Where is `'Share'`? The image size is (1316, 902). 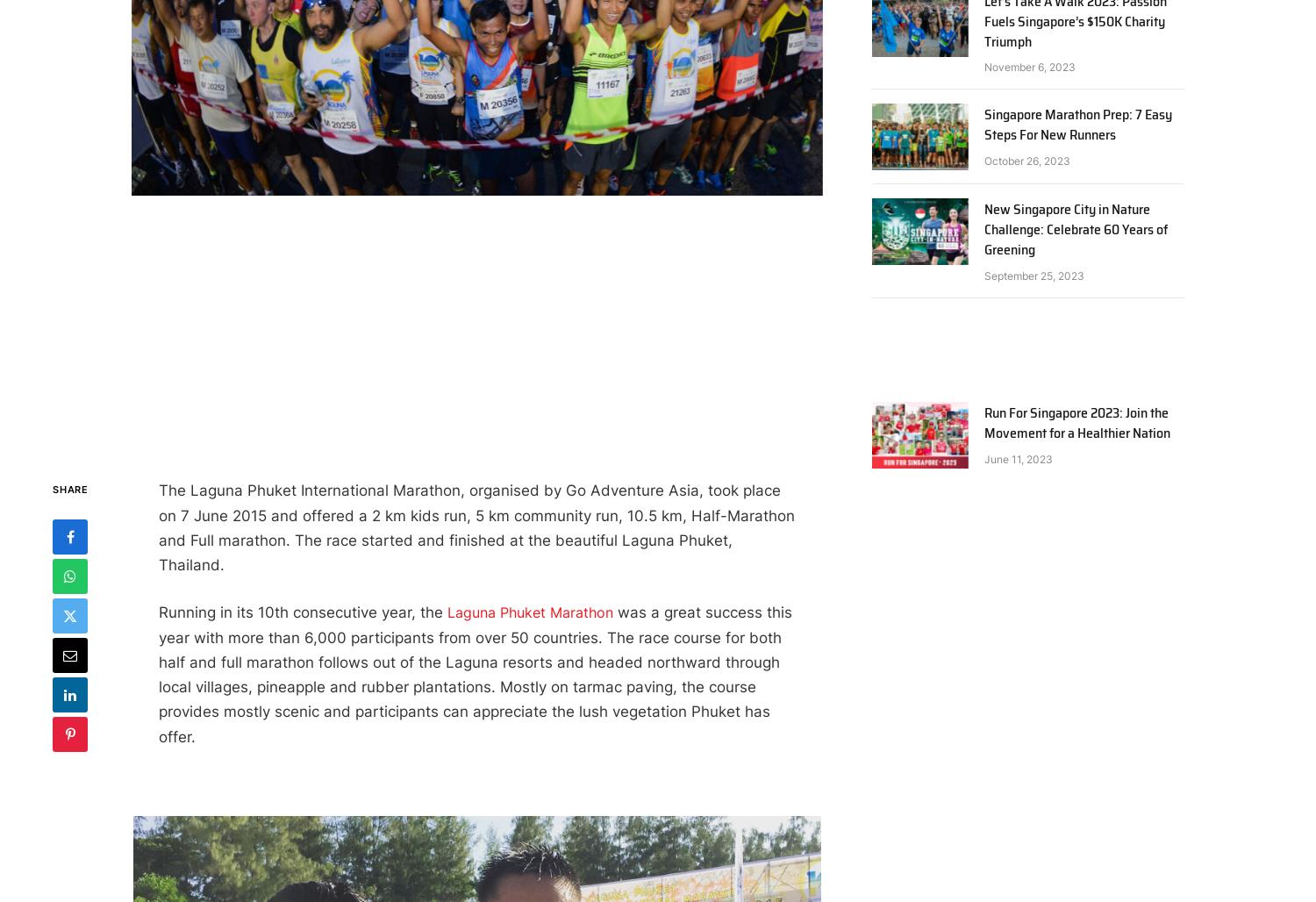
'Share' is located at coordinates (68, 489).